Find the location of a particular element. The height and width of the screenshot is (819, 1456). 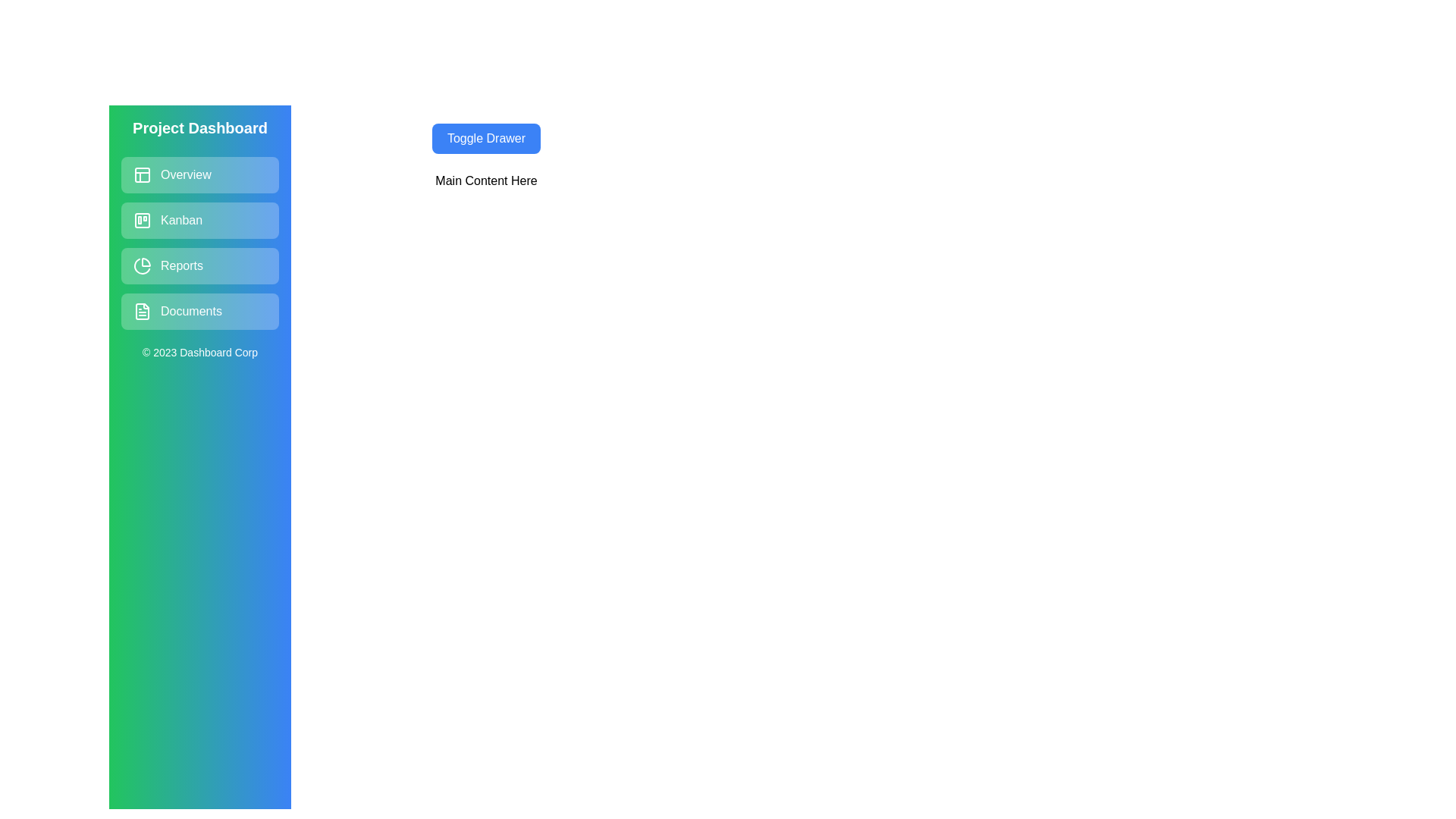

the navigation item Overview in the drawer is located at coordinates (199, 174).